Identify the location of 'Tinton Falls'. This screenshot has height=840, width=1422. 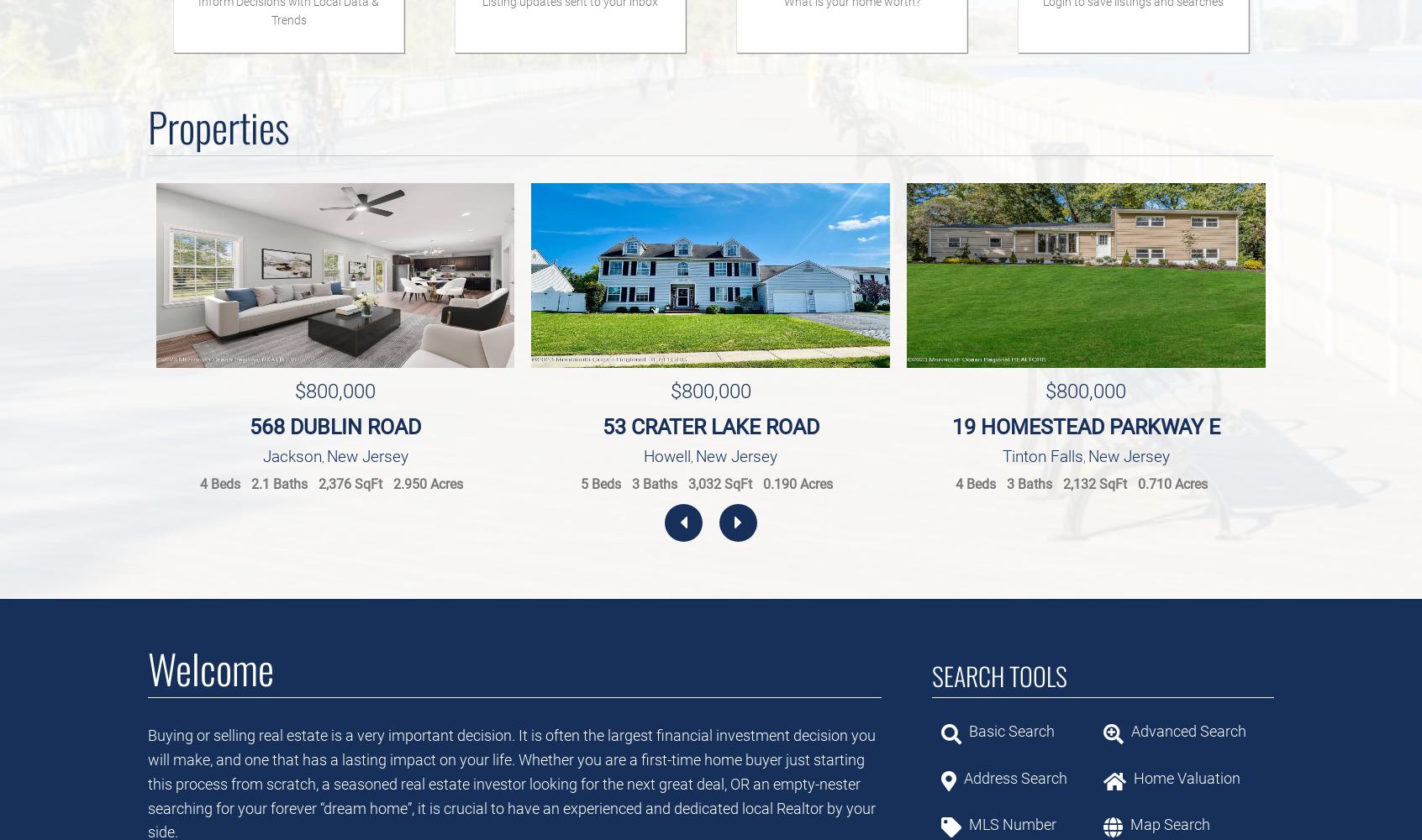
(1001, 455).